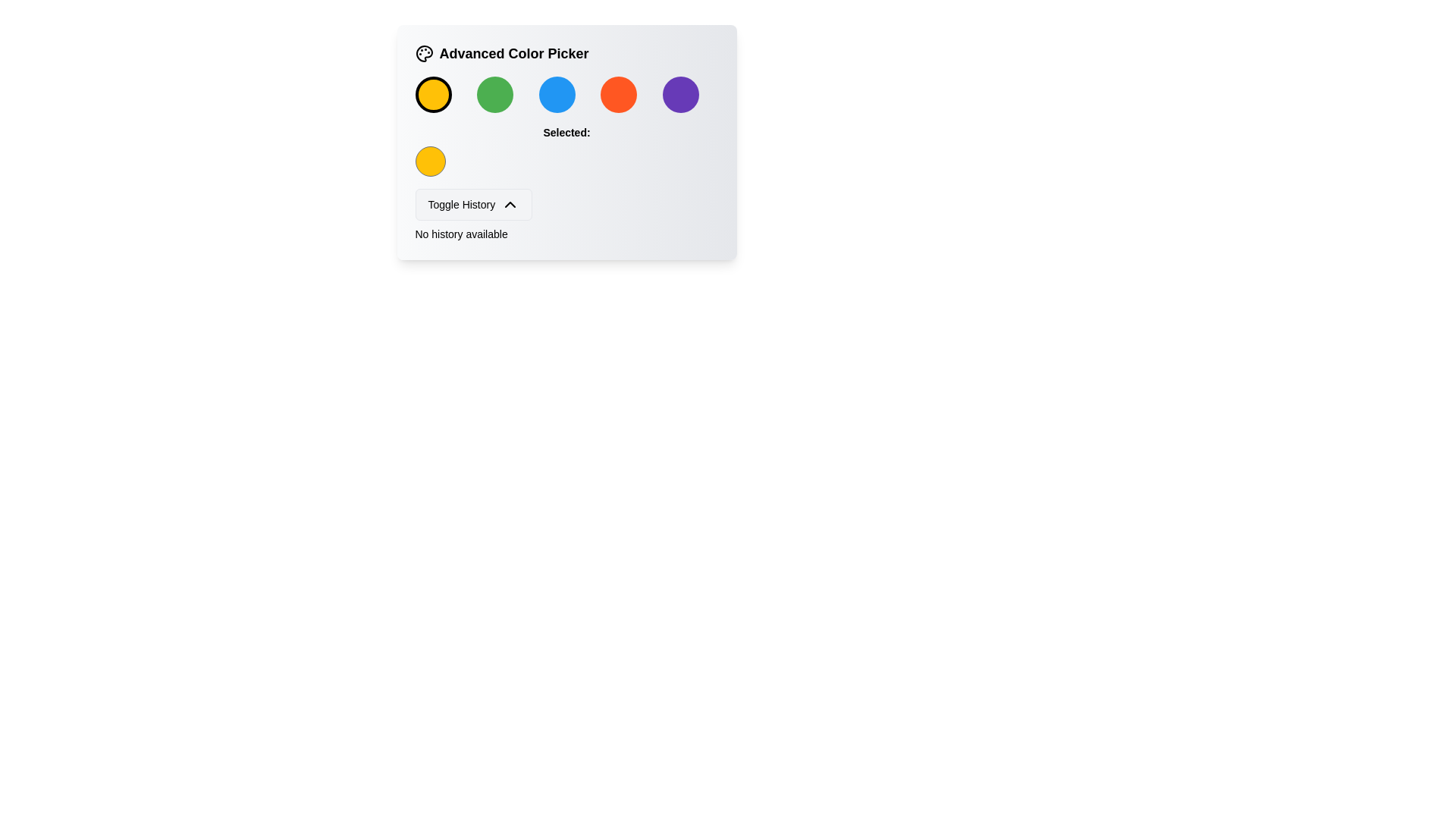 Image resolution: width=1456 pixels, height=819 pixels. Describe the element at coordinates (424, 52) in the screenshot. I see `the decorative color picker icon located at the leftmost position in the heading bar of the 'Advanced Color Picker' section` at that location.